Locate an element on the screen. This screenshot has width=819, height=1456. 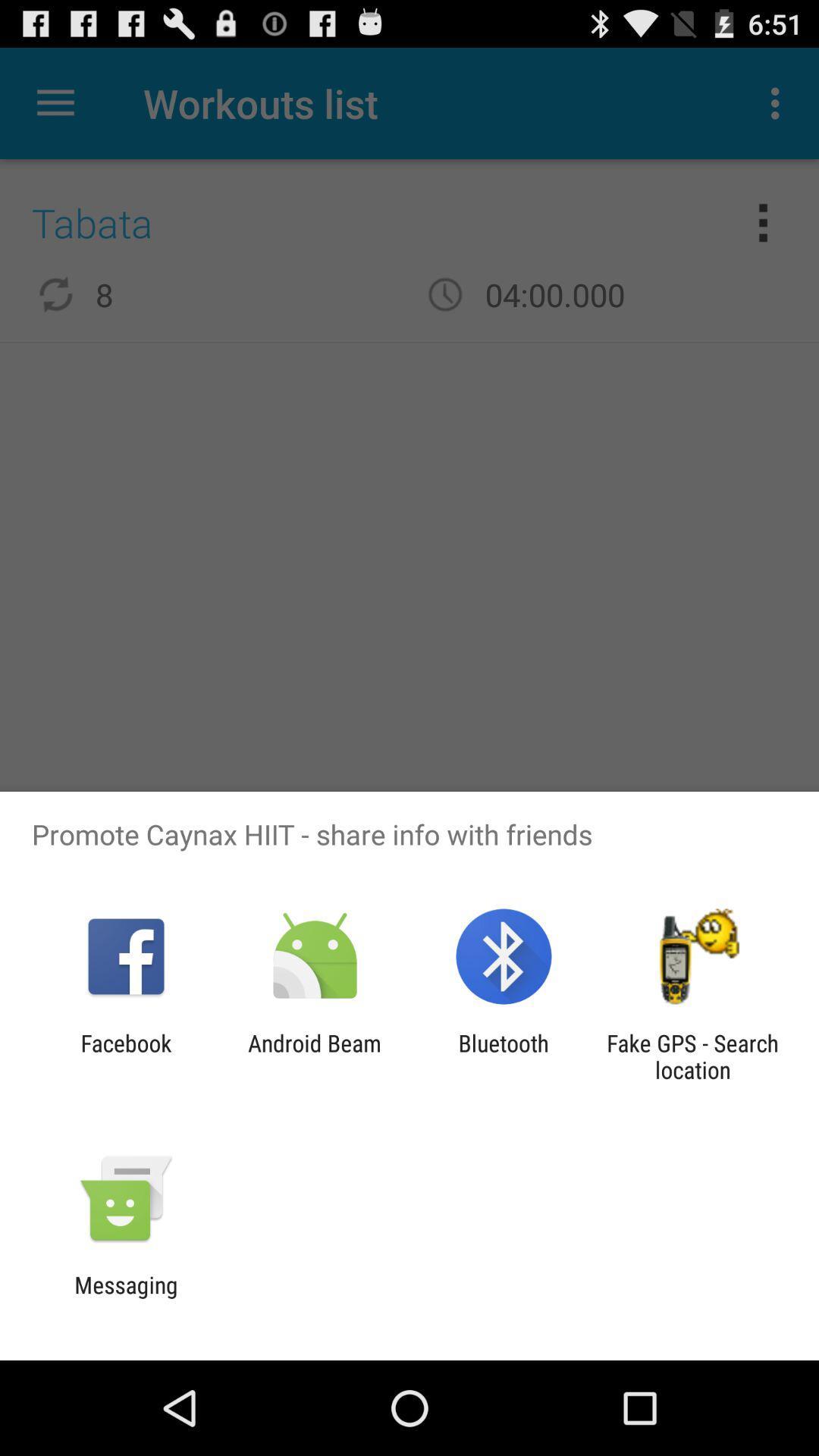
the icon to the right of bluetooth icon is located at coordinates (692, 1056).